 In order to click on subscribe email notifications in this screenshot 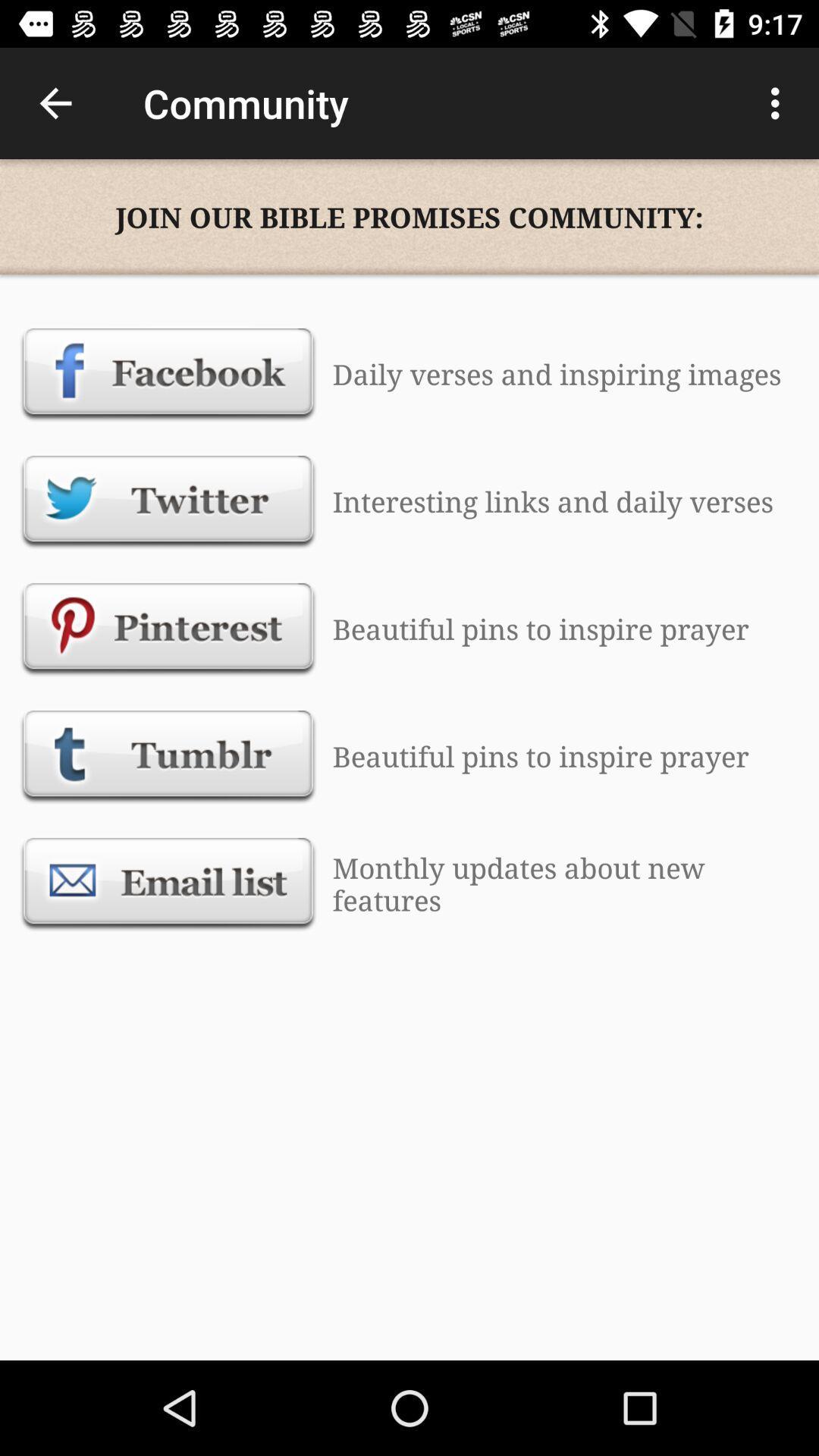, I will do `click(168, 883)`.